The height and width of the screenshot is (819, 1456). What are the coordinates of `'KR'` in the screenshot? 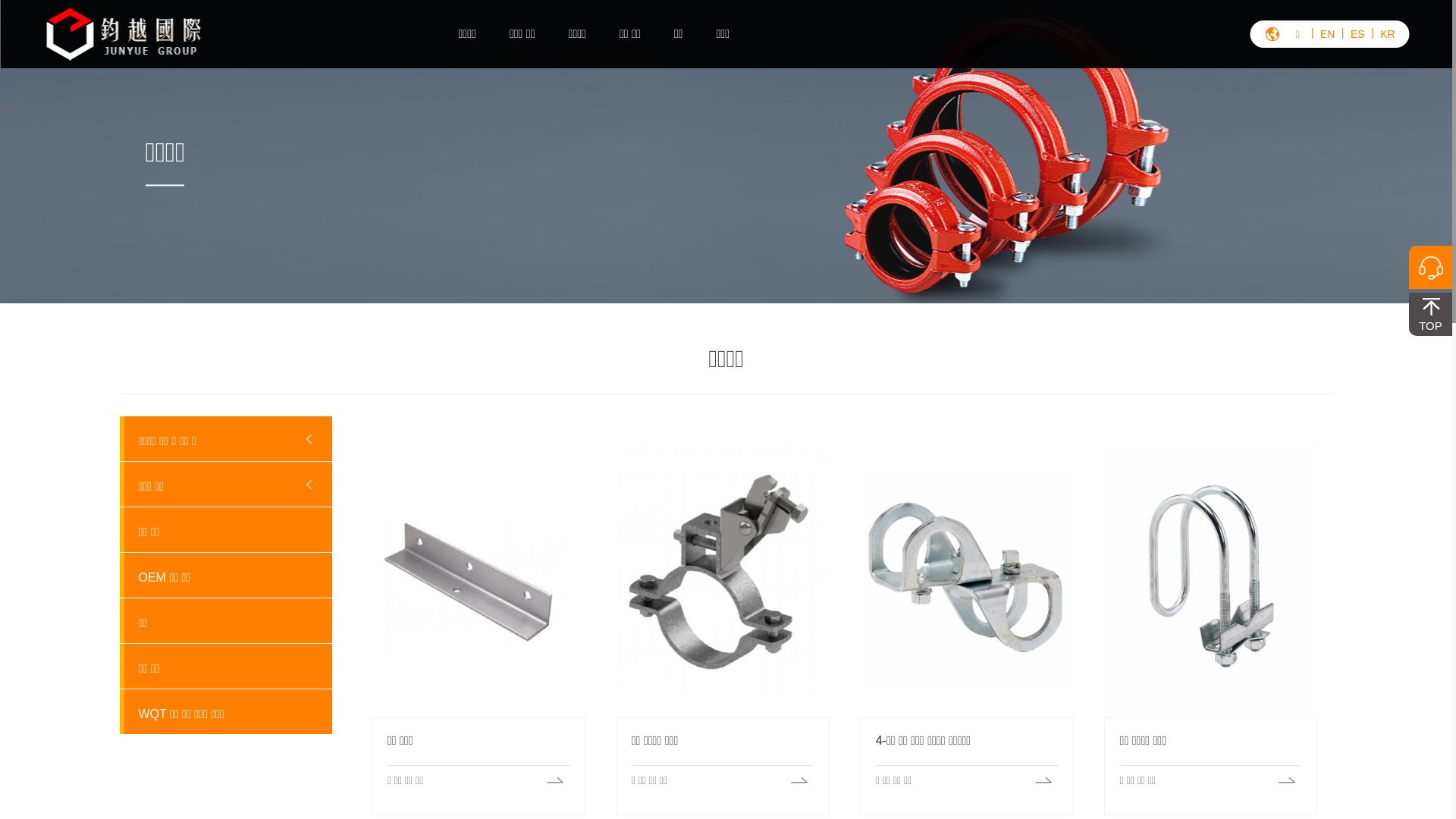 It's located at (1387, 34).